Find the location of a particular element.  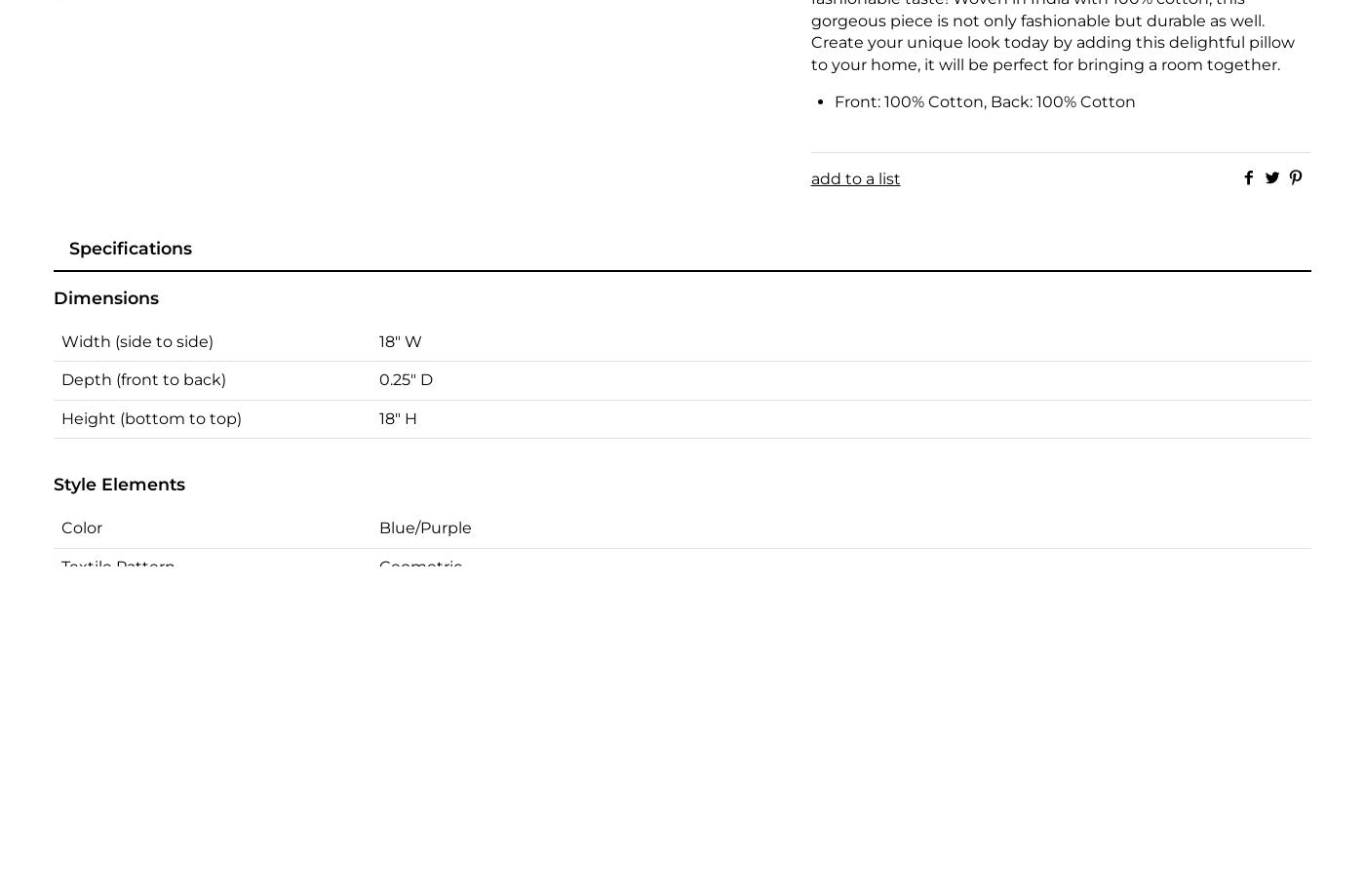

'Origin' is located at coordinates (85, 785).